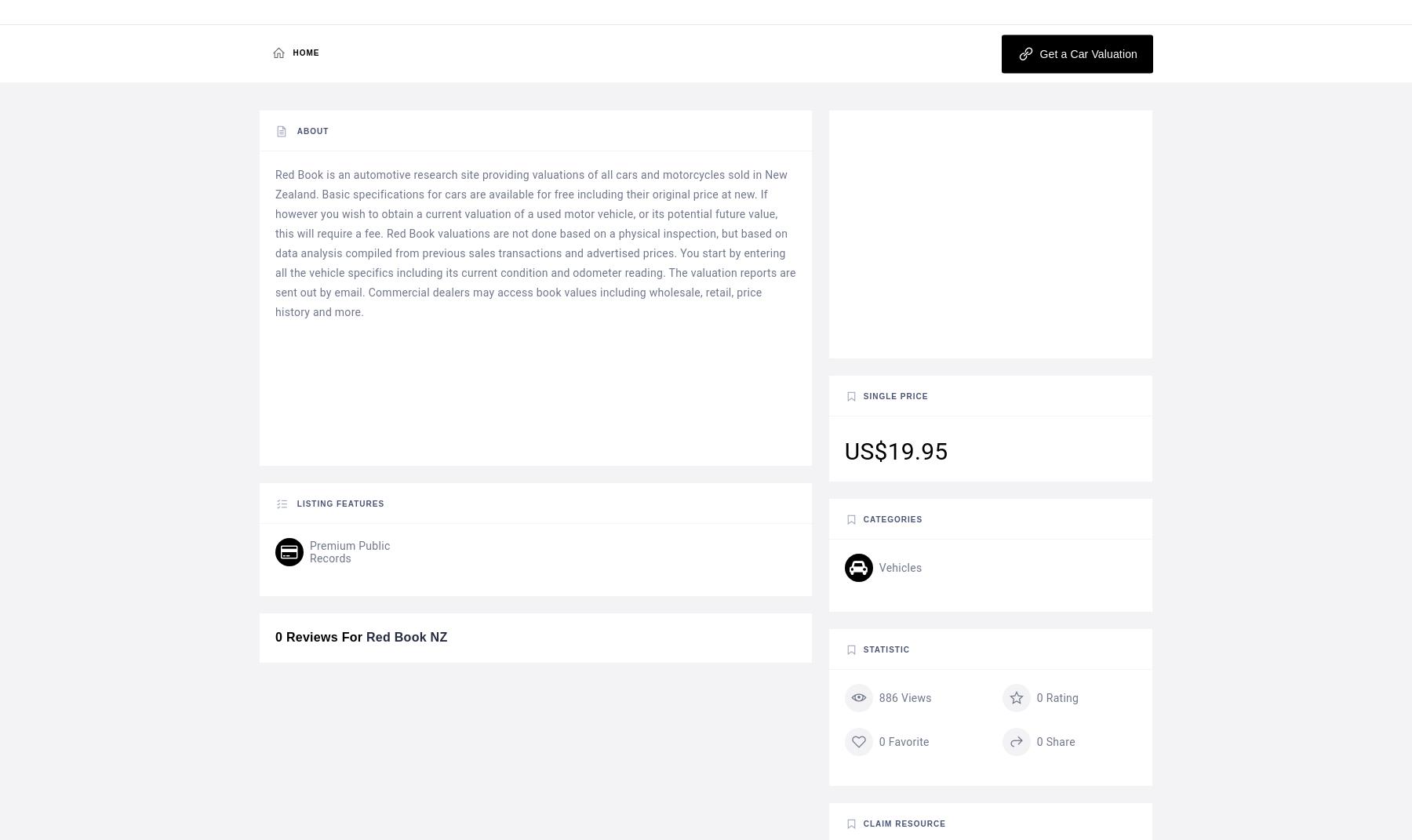 This screenshot has width=1412, height=840. What do you see at coordinates (862, 395) in the screenshot?
I see `'Single Price'` at bounding box center [862, 395].